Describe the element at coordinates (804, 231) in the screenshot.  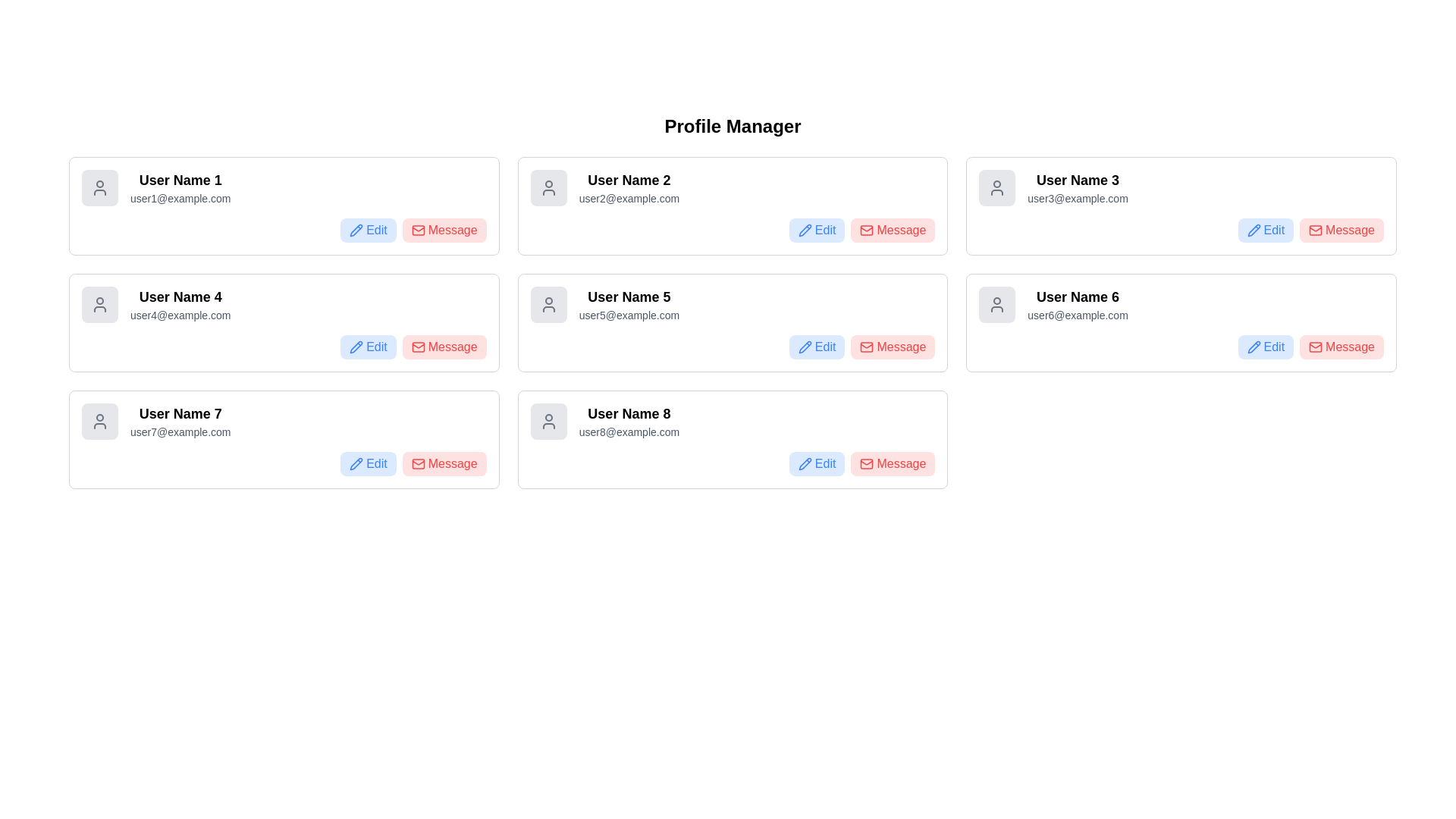
I see `the small blue pencil icon button located in the upper-right corner of the profile card for User Name 2` at that location.